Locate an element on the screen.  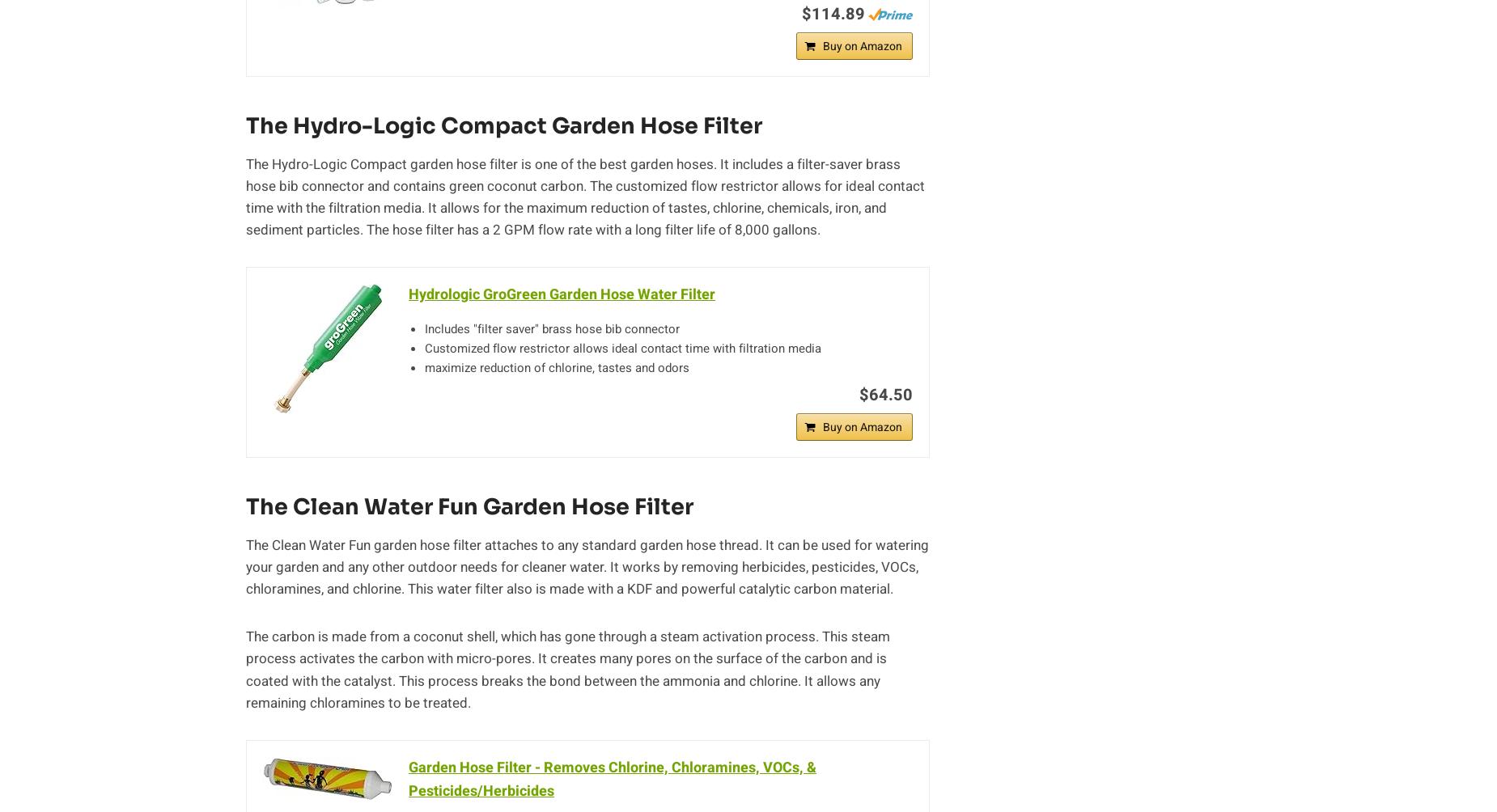
'maximize reduction of chlorine, tastes and odors' is located at coordinates (557, 367).